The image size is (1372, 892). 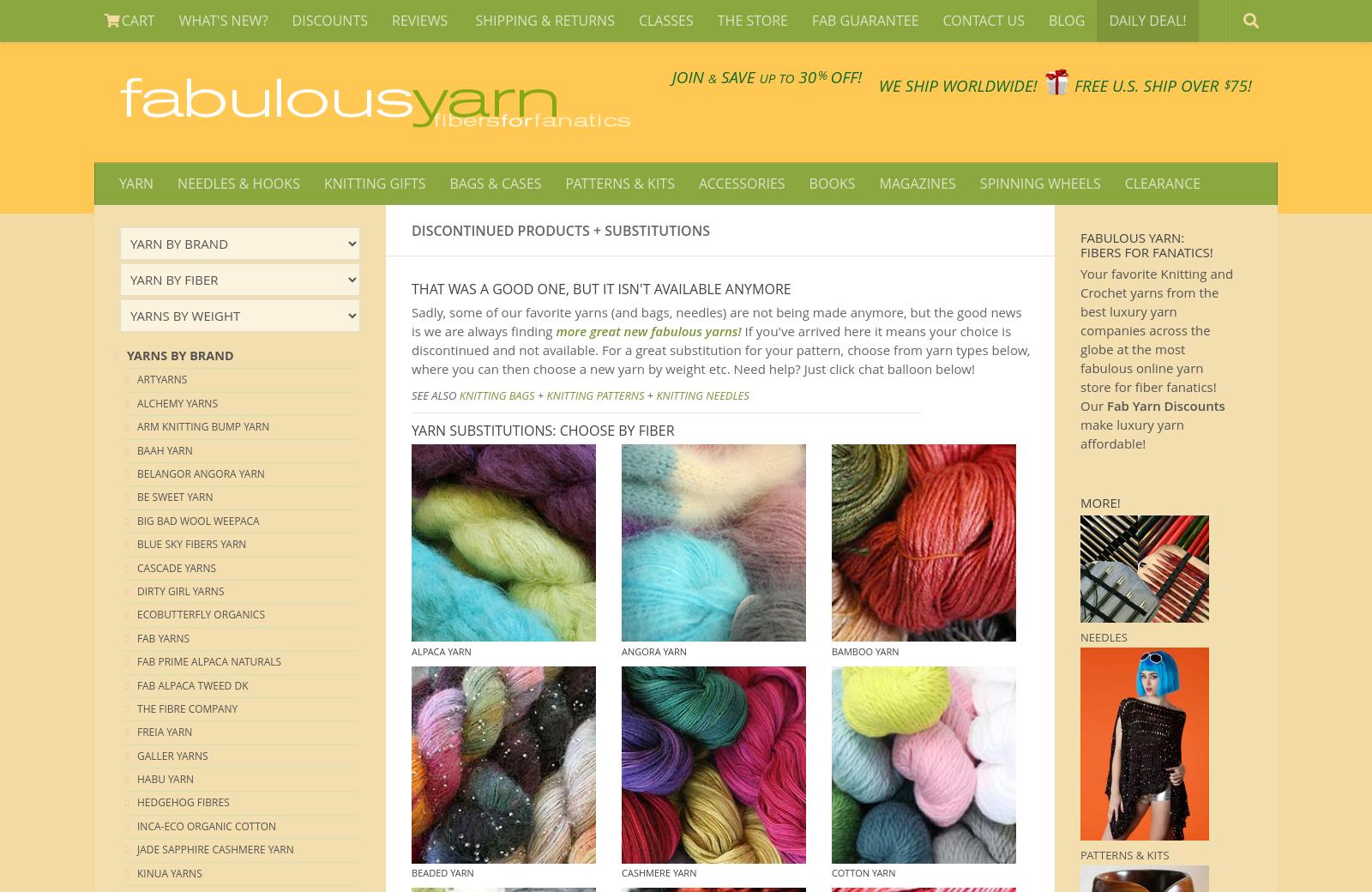 I want to click on 'See also', so click(x=434, y=395).